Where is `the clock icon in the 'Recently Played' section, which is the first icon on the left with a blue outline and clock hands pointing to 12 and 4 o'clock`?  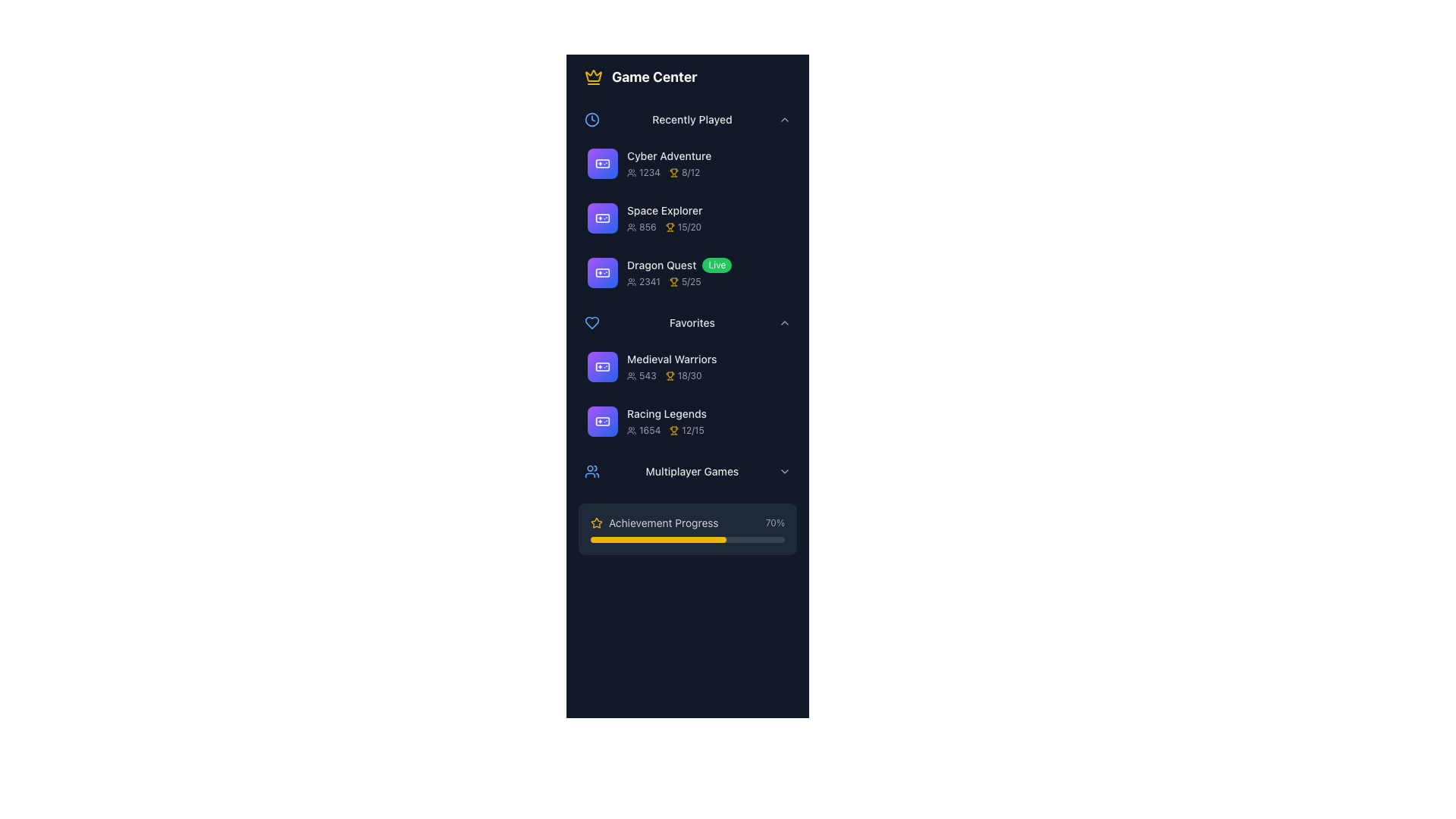 the clock icon in the 'Recently Played' section, which is the first icon on the left with a blue outline and clock hands pointing to 12 and 4 o'clock is located at coordinates (591, 119).